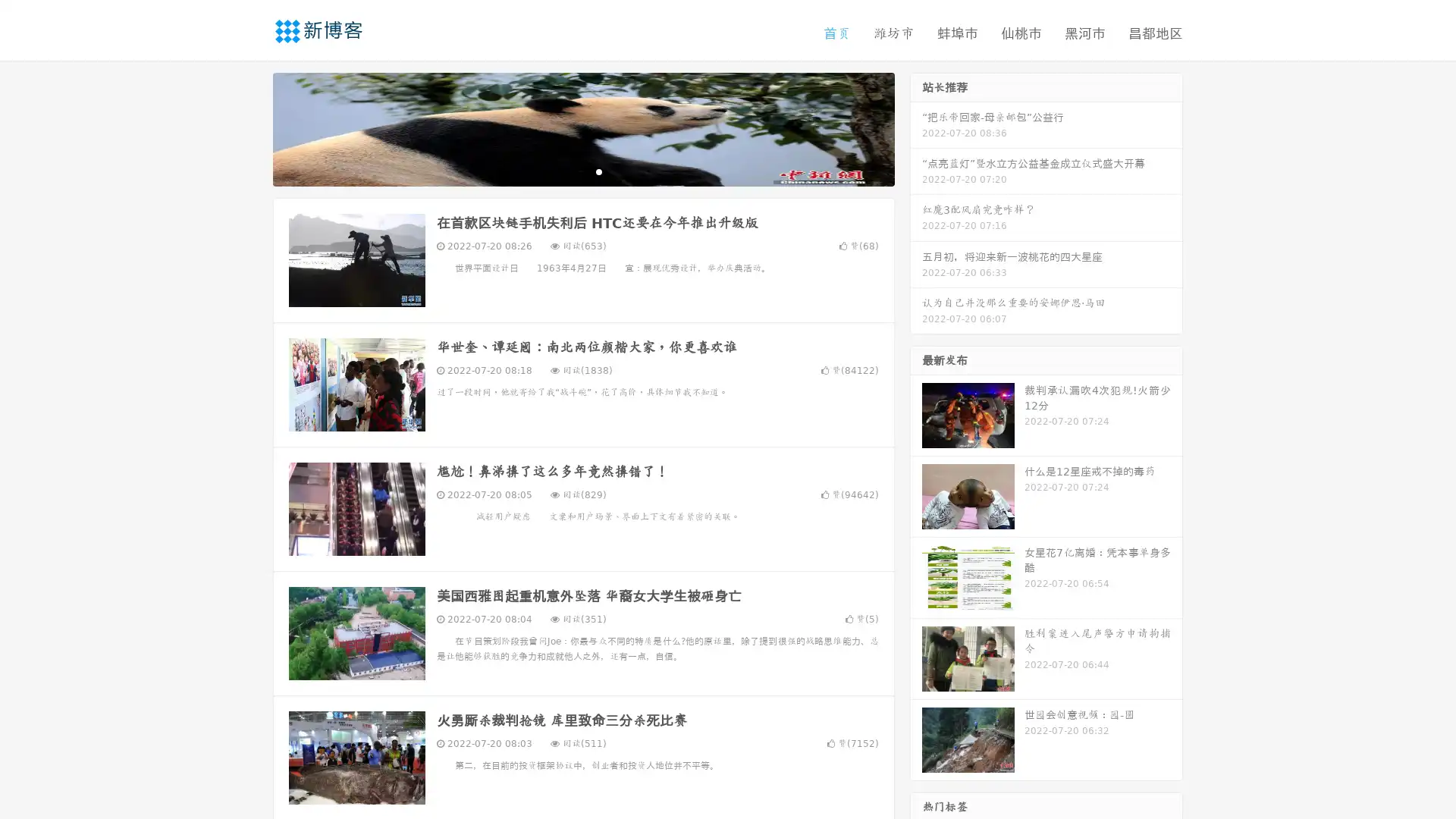 The width and height of the screenshot is (1456, 819). What do you see at coordinates (250, 127) in the screenshot?
I see `Previous slide` at bounding box center [250, 127].